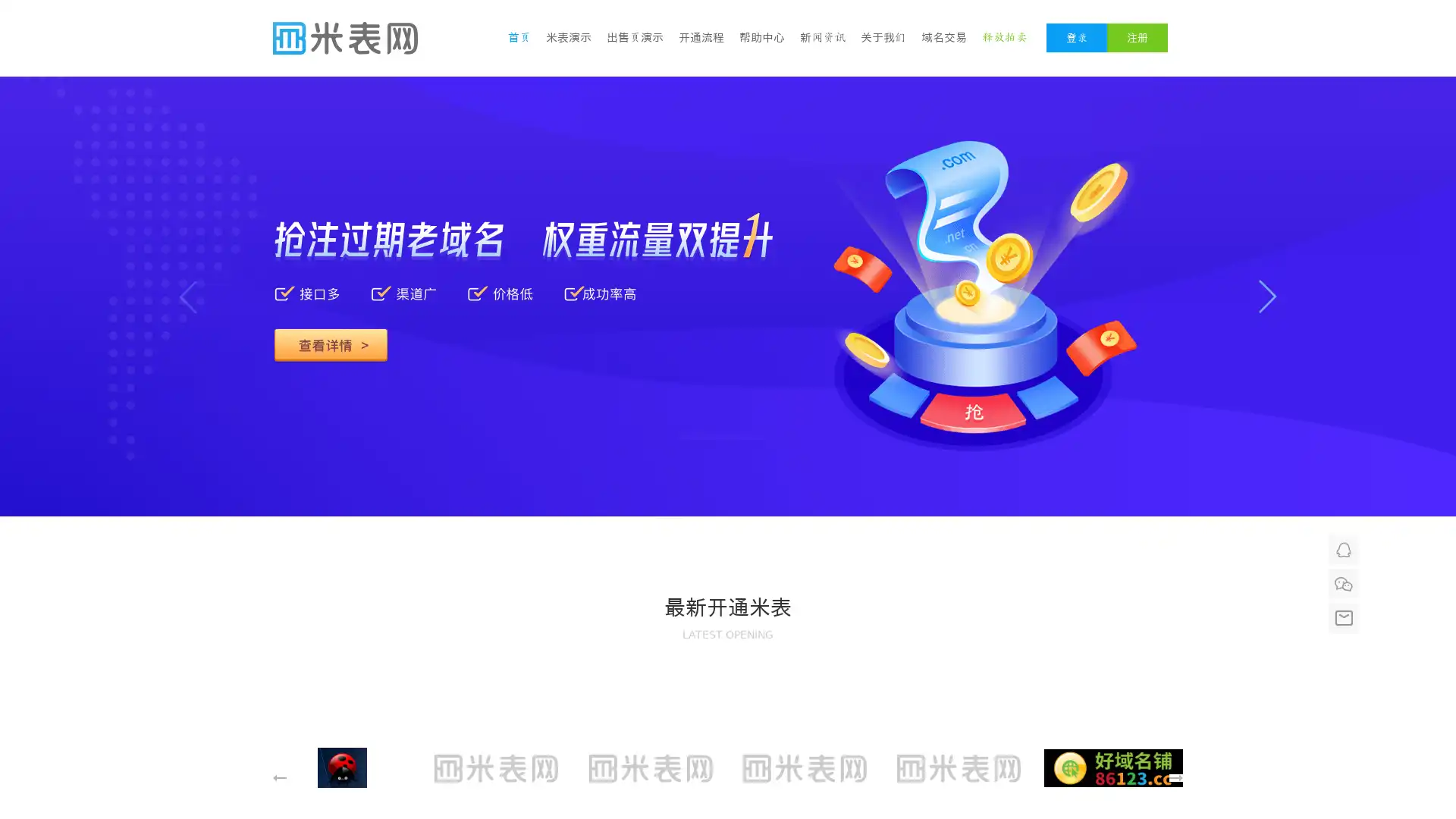  I want to click on Next slide, so click(927, 516).